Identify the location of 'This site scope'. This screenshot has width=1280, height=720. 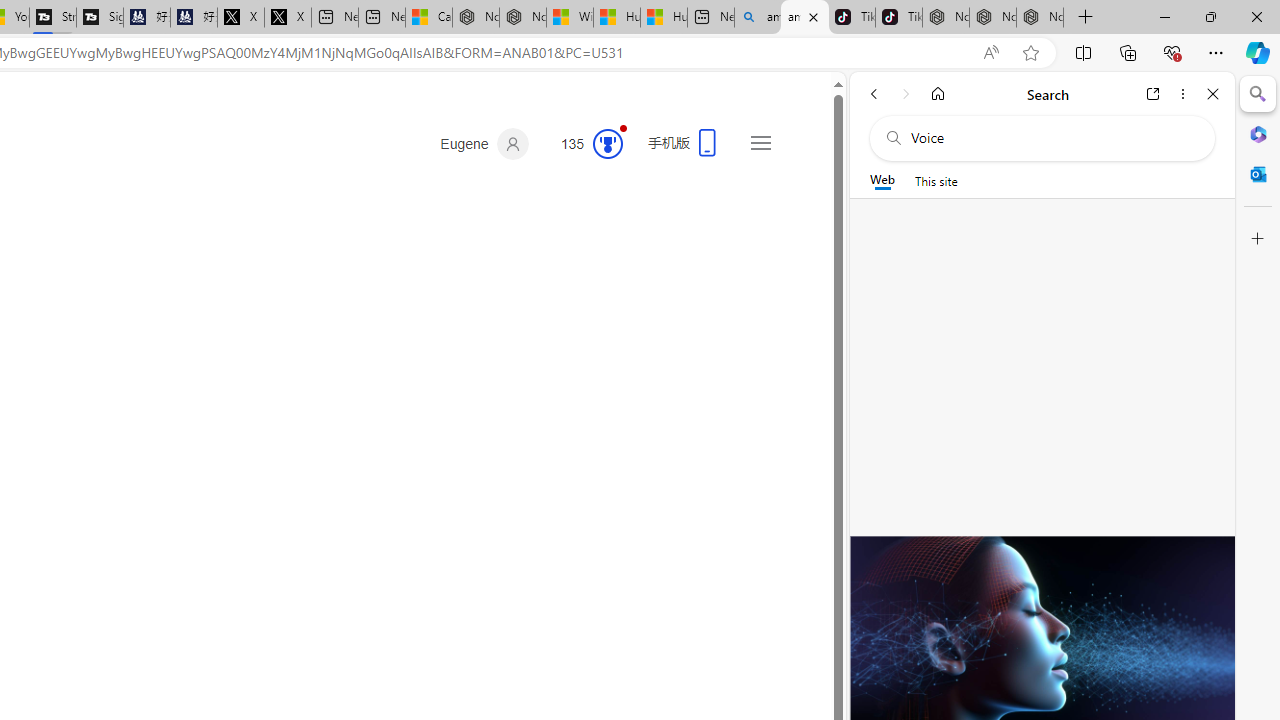
(935, 180).